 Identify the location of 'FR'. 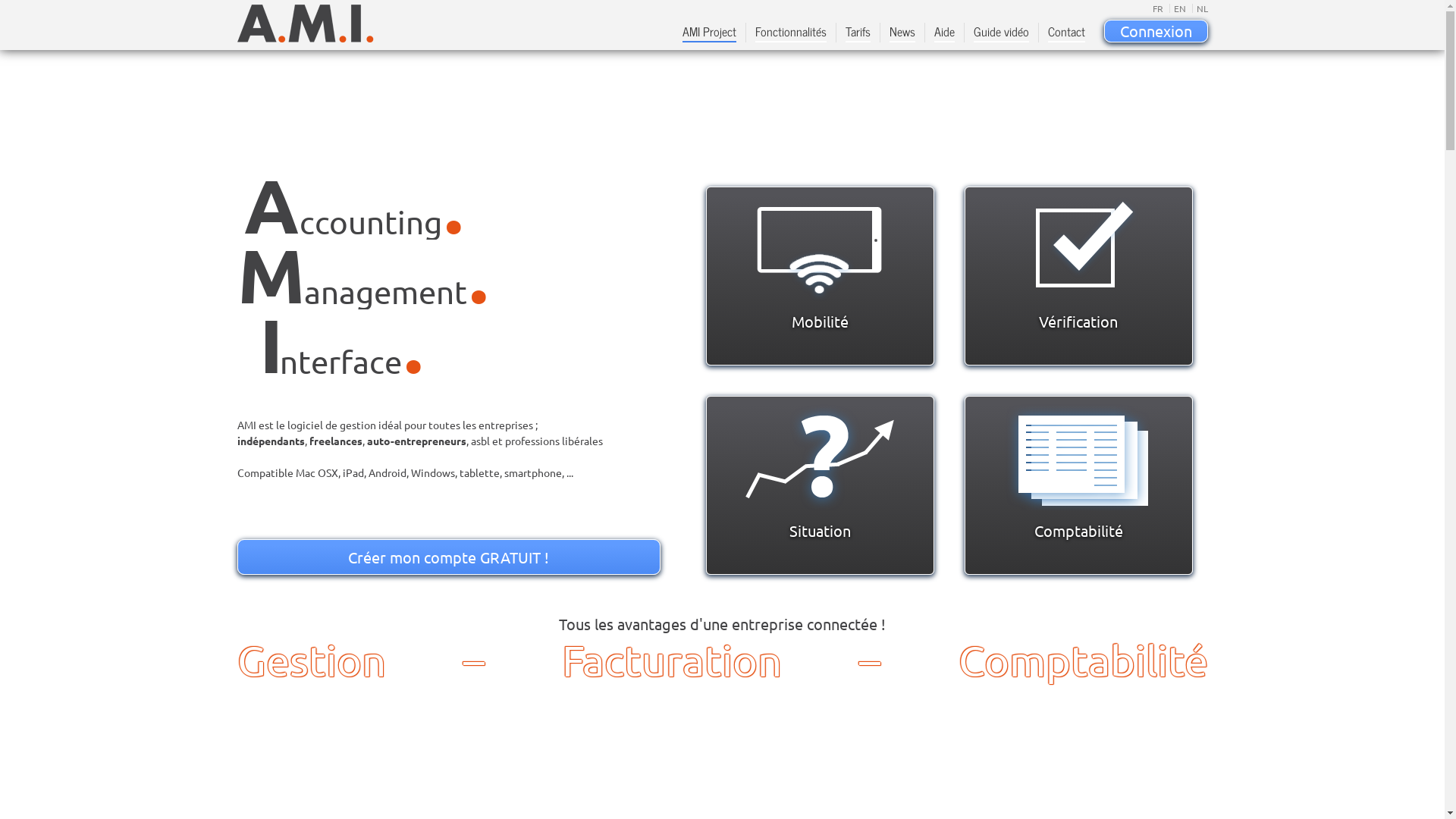
(1153, 8).